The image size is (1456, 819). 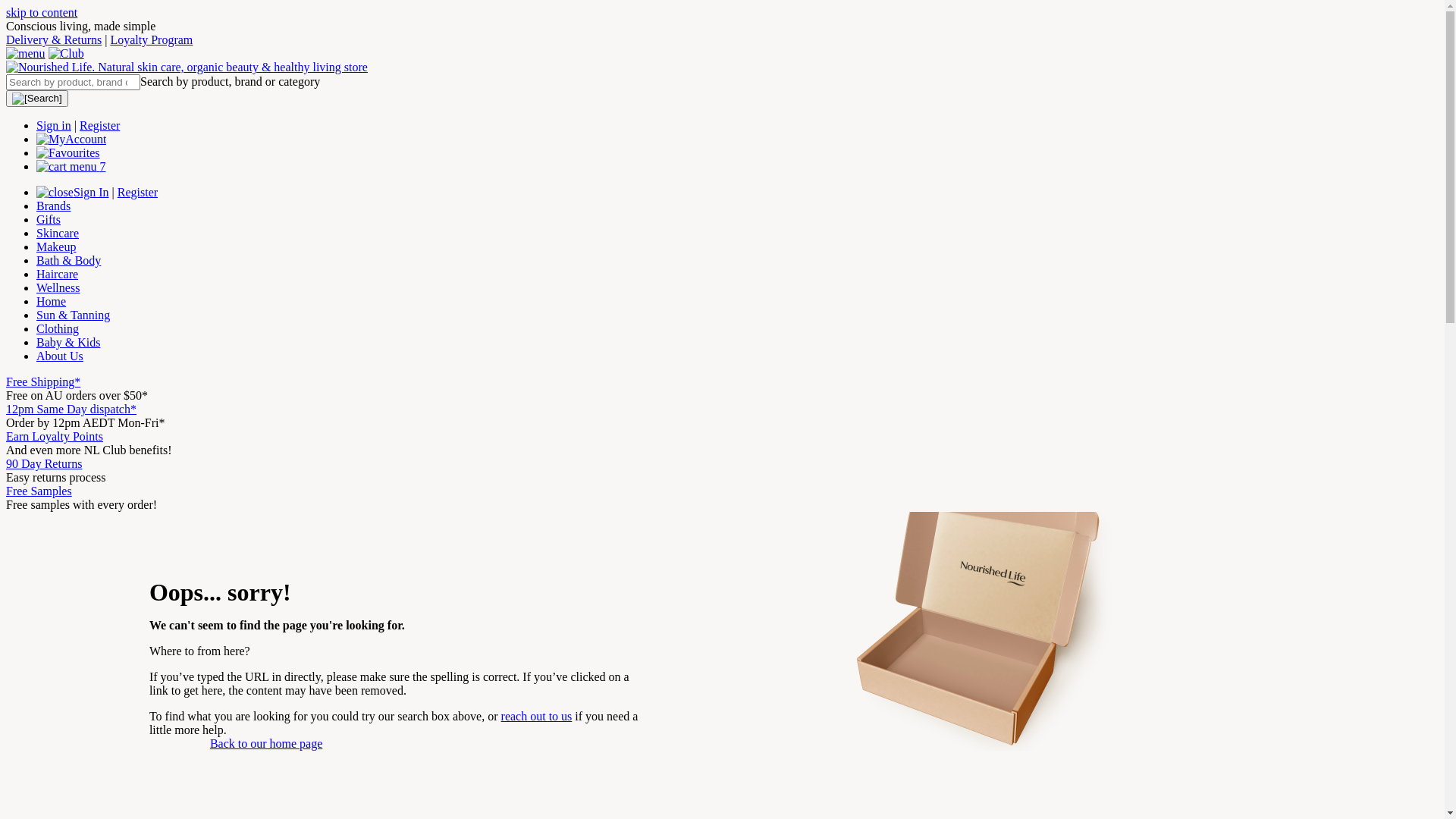 What do you see at coordinates (501, 716) in the screenshot?
I see `'reach out to us'` at bounding box center [501, 716].